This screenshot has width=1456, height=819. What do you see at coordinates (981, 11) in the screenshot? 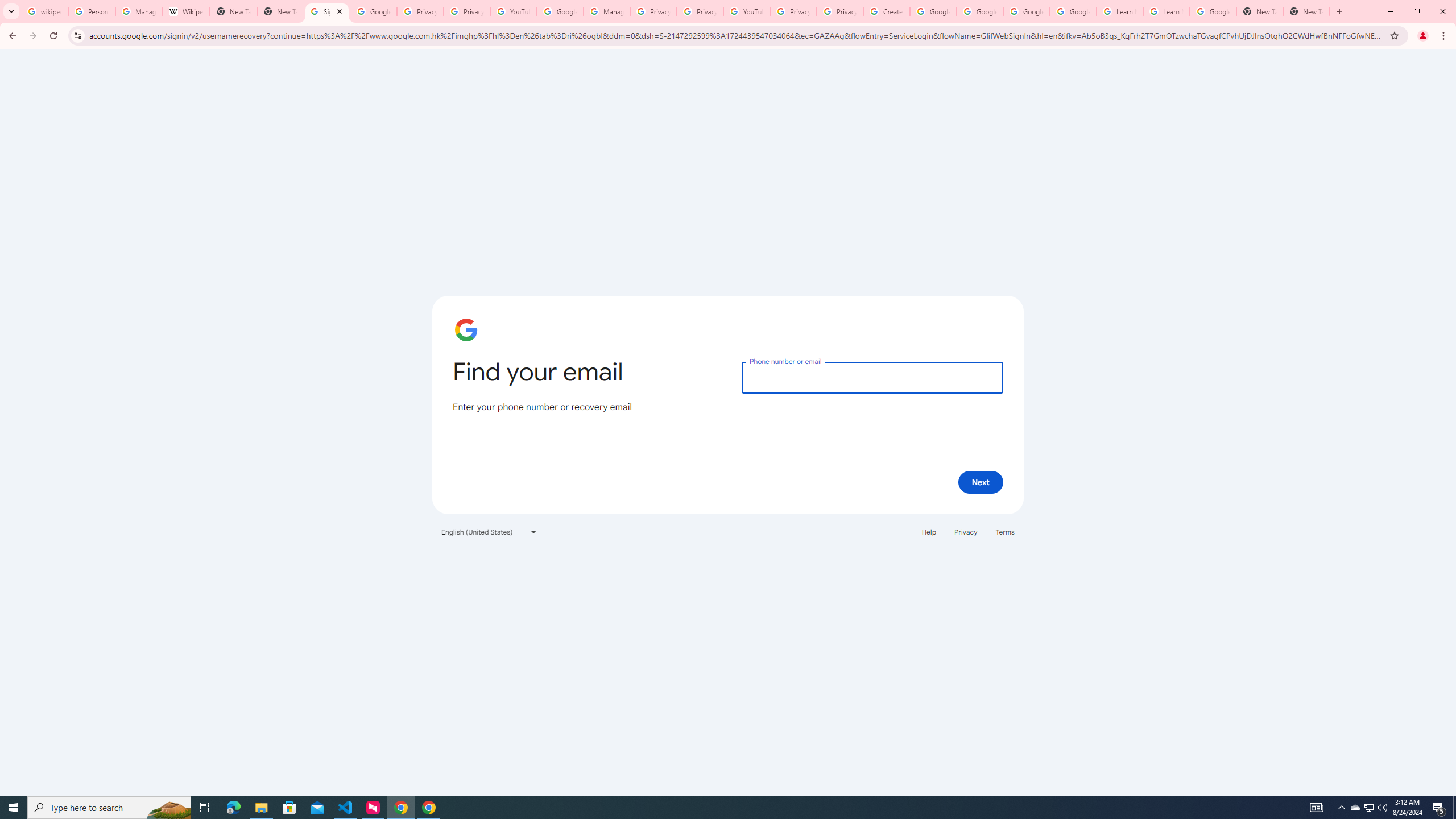
I see `'Google Account Help'` at bounding box center [981, 11].